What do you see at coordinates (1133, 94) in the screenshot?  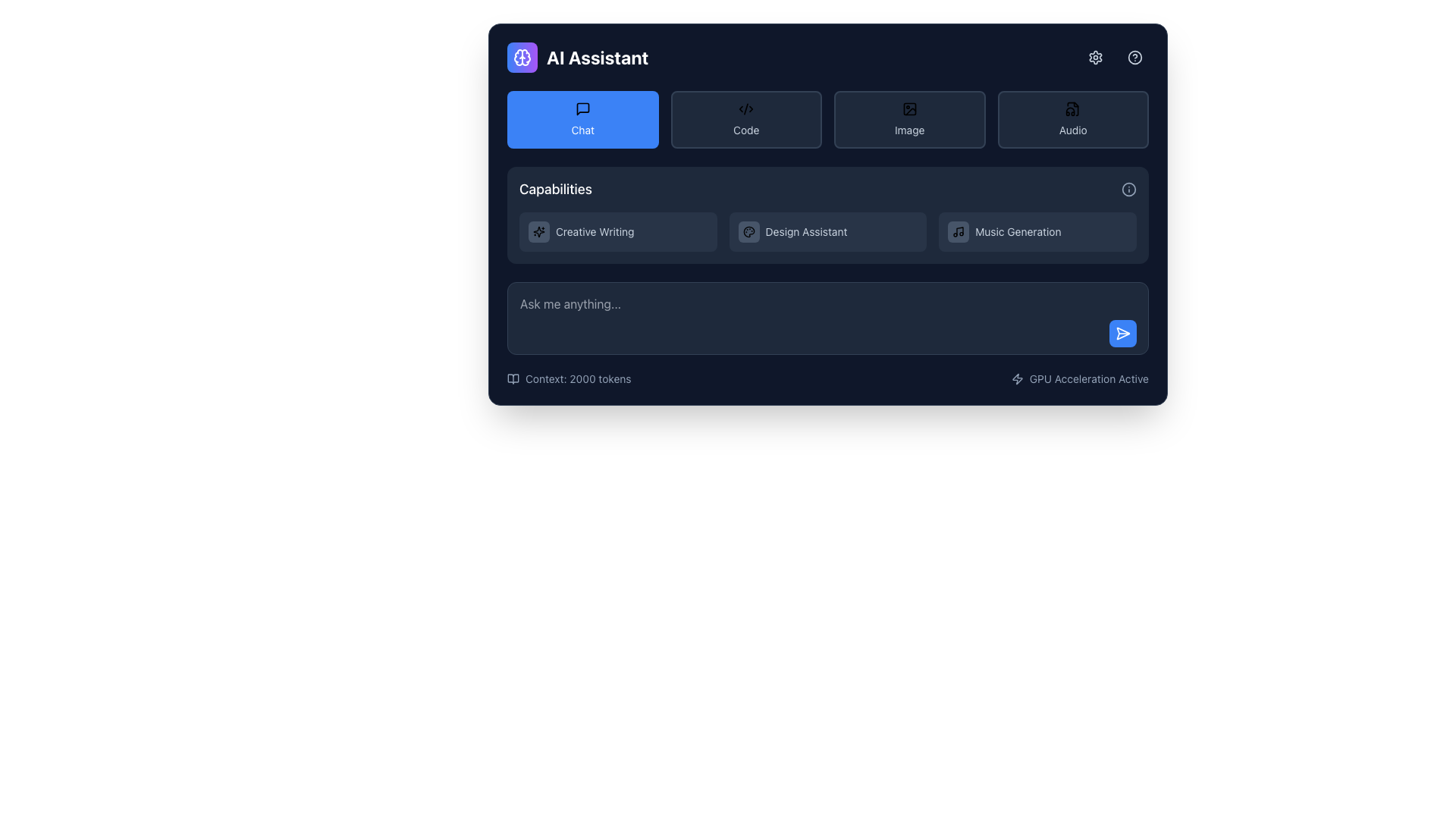 I see `the text label that serves as a guide for accessing help resources, located near the top-right corner of the interface` at bounding box center [1133, 94].